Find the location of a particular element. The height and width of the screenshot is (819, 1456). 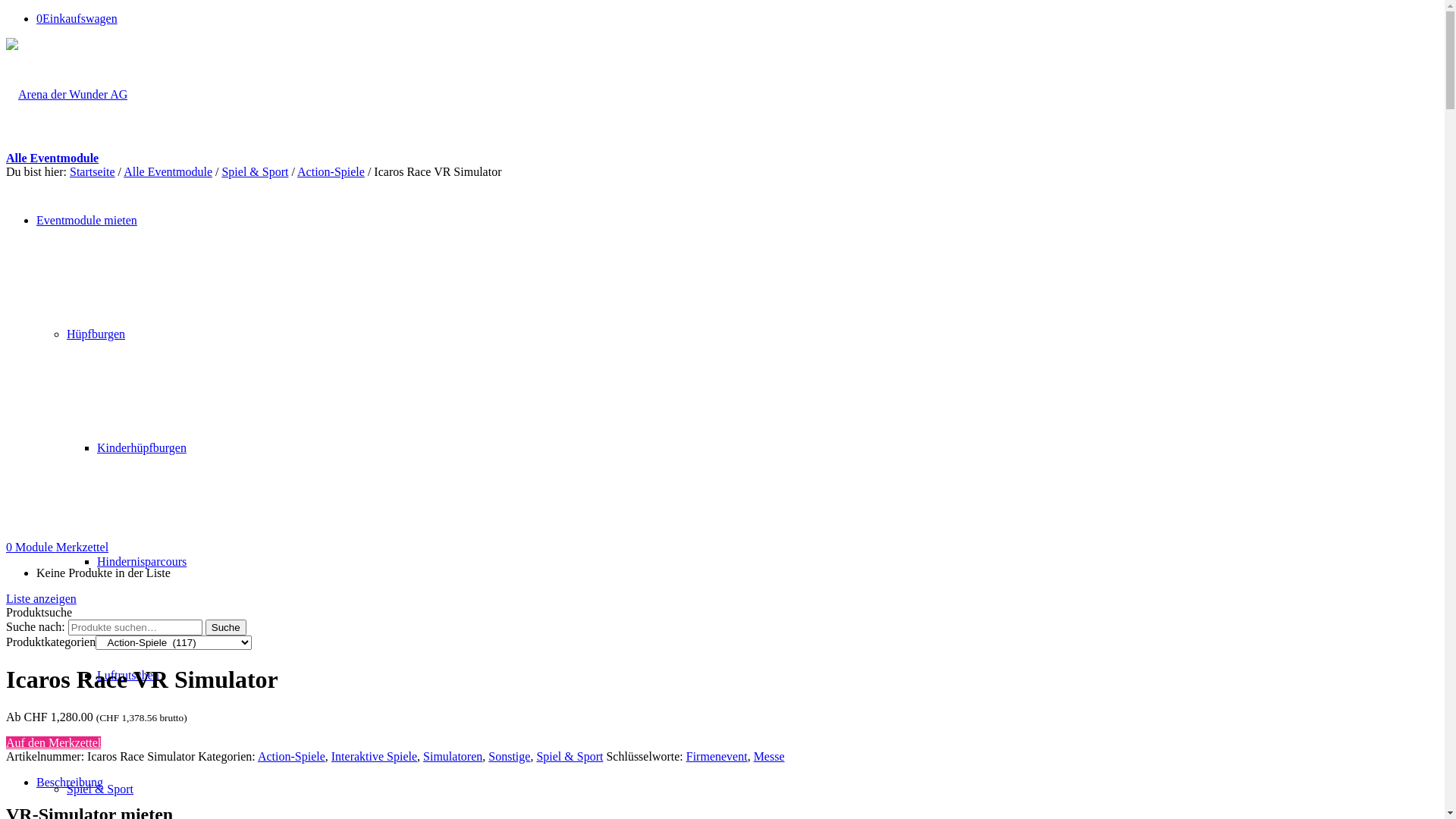

'Action-Spiele' is located at coordinates (330, 171).